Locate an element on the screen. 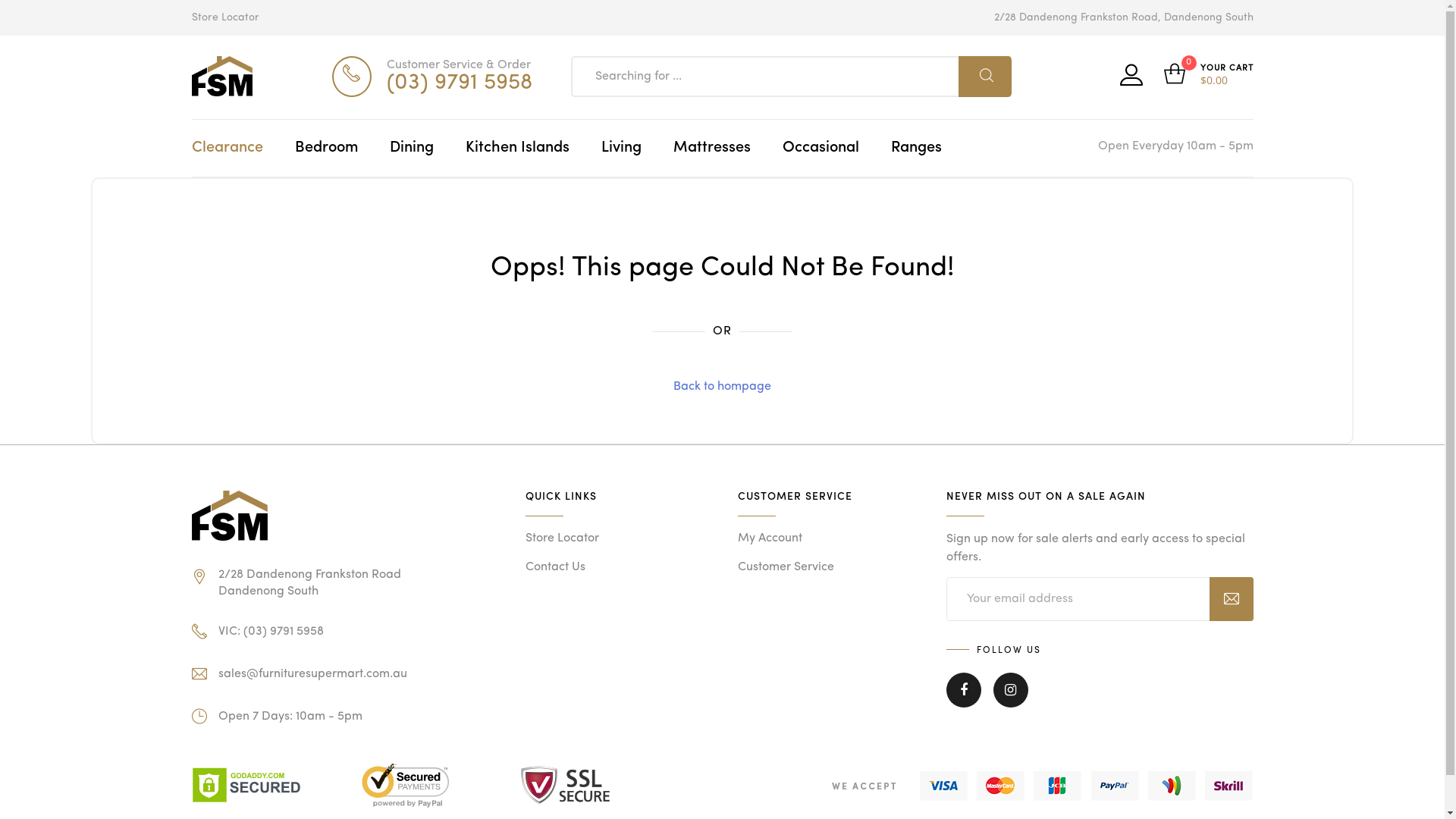 Image resolution: width=1456 pixels, height=819 pixels. 'Bedroom' is located at coordinates (325, 148).